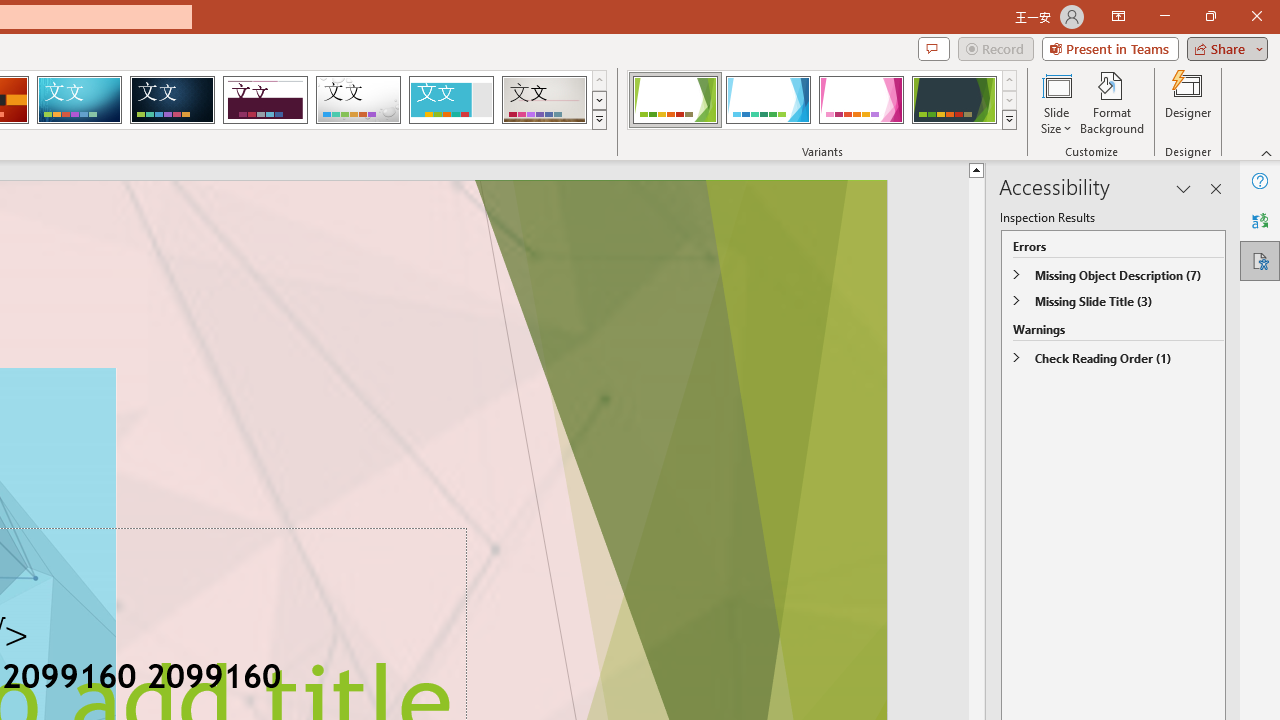  I want to click on 'Variants', so click(1009, 120).